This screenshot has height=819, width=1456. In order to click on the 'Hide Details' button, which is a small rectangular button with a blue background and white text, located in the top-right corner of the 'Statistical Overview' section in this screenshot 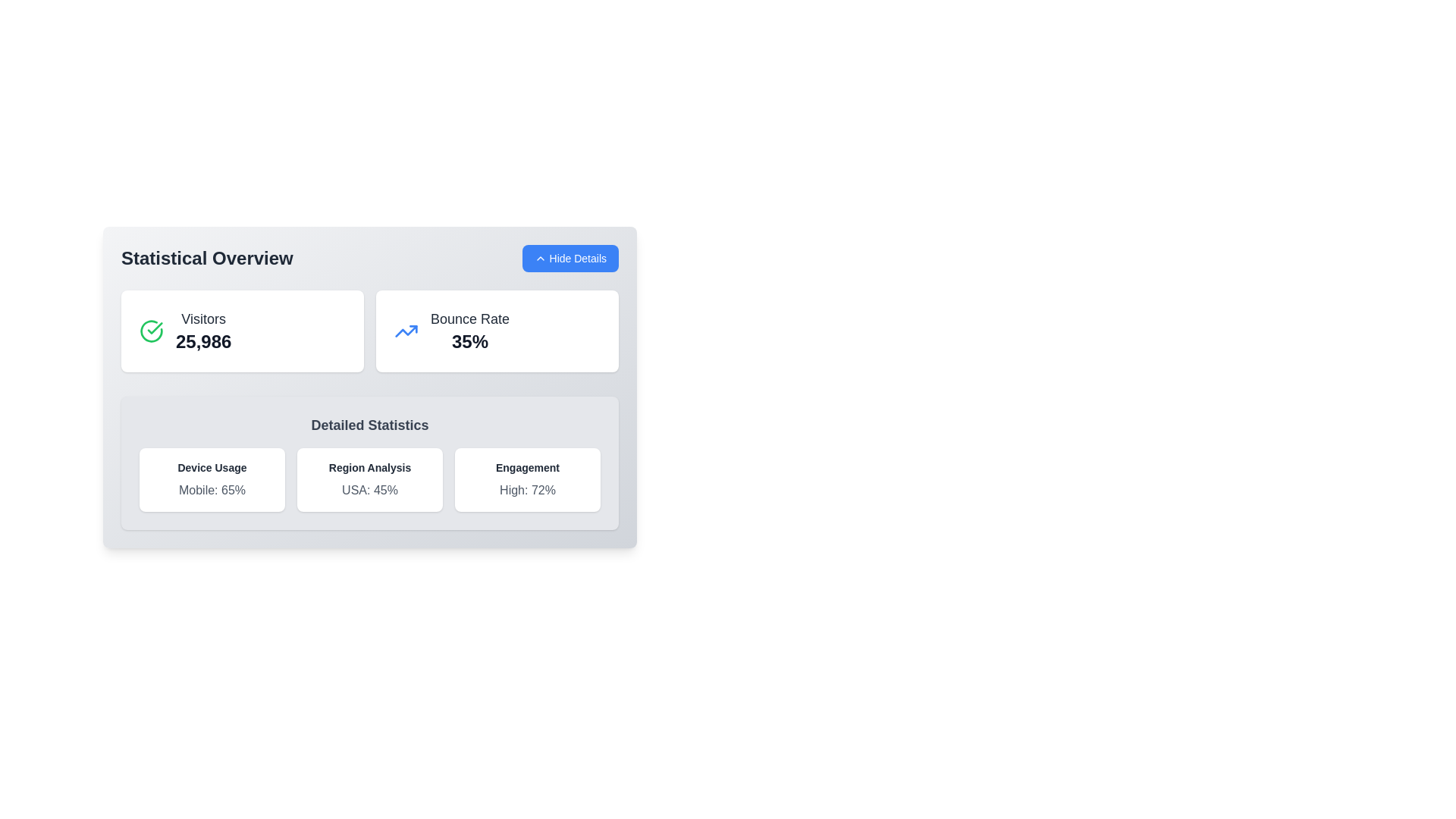, I will do `click(570, 257)`.